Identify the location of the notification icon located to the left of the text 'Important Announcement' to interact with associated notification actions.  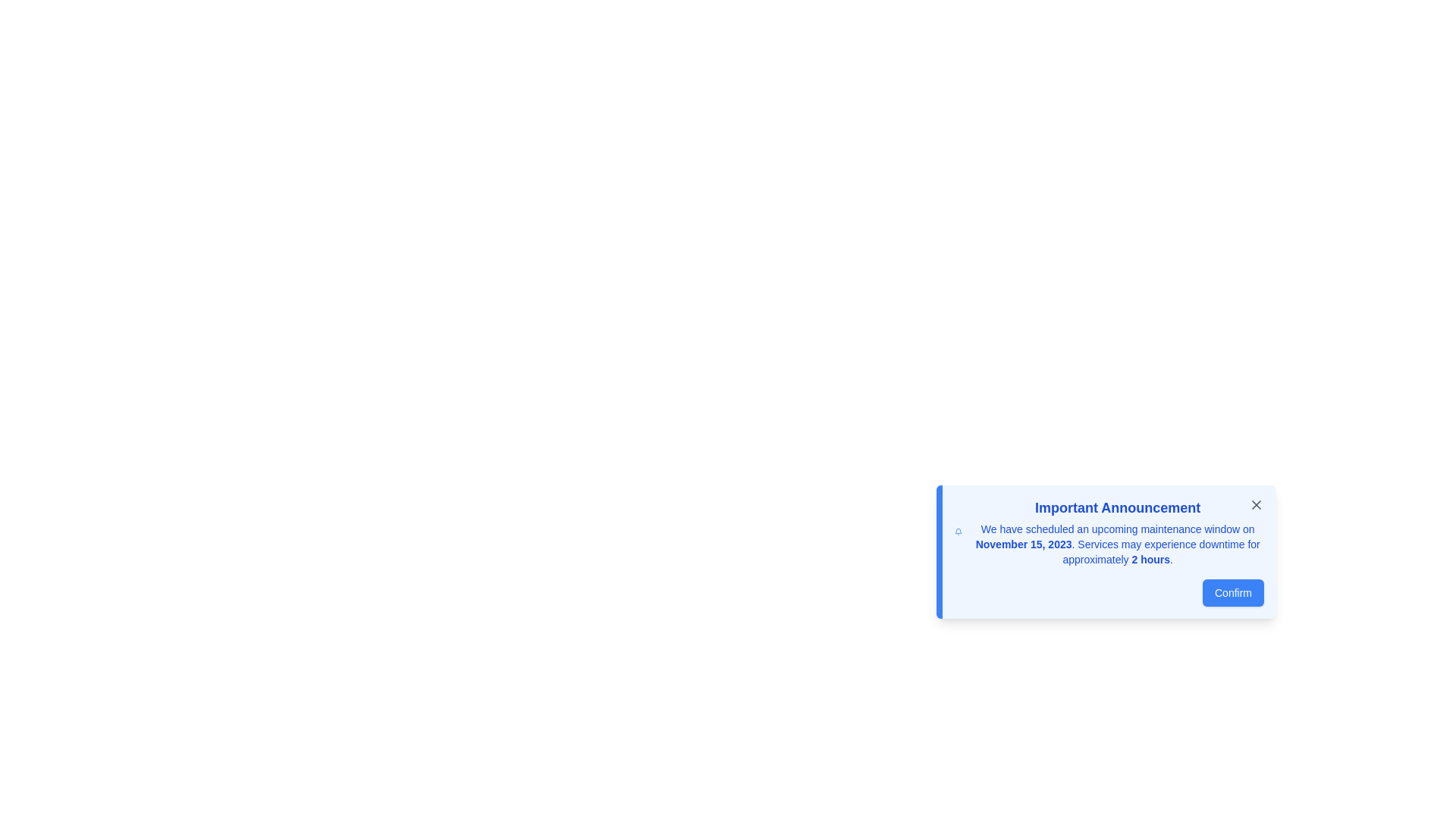
(957, 532).